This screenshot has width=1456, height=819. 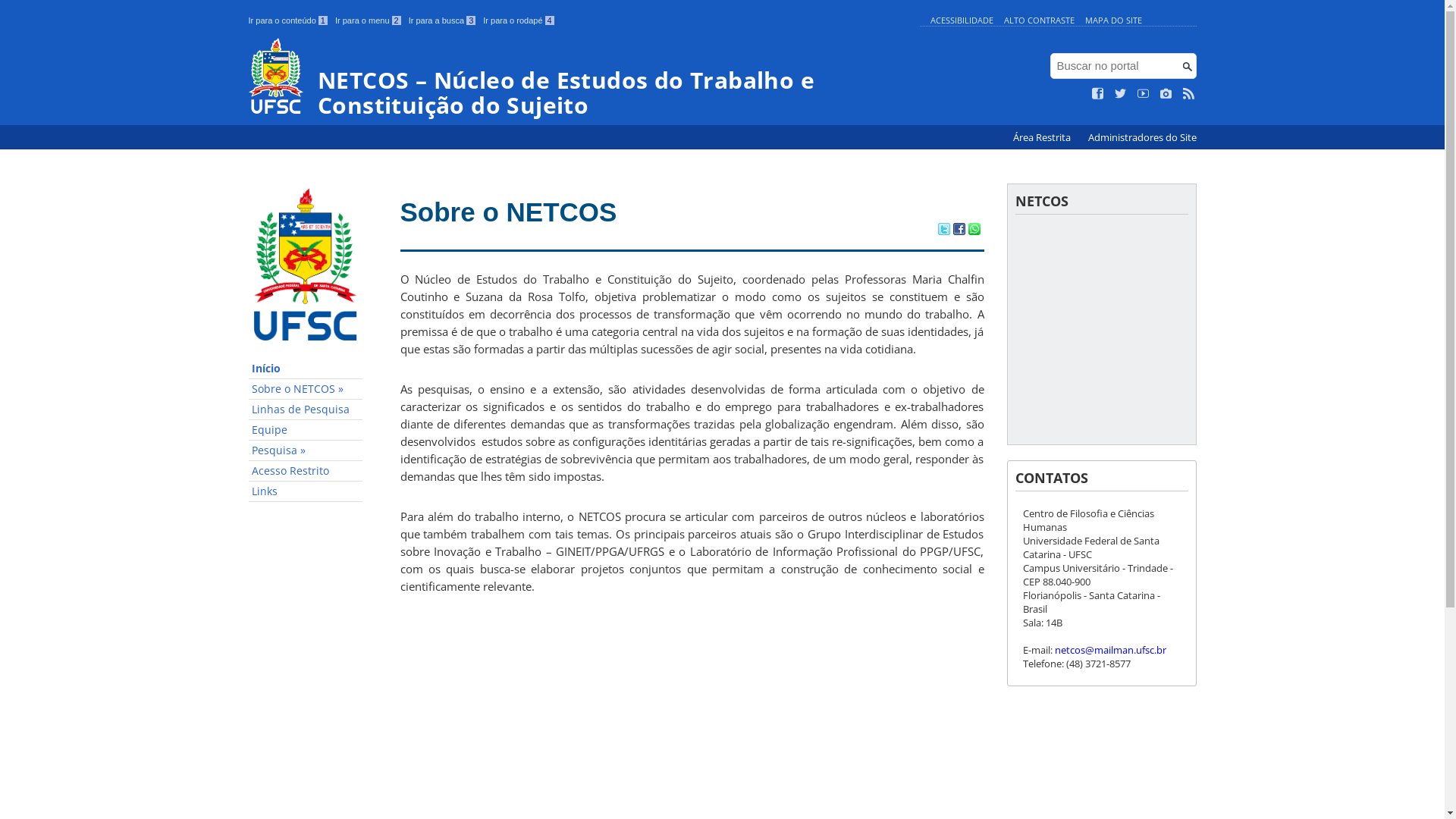 I want to click on 'Compartilhar no Twitter', so click(x=942, y=231).